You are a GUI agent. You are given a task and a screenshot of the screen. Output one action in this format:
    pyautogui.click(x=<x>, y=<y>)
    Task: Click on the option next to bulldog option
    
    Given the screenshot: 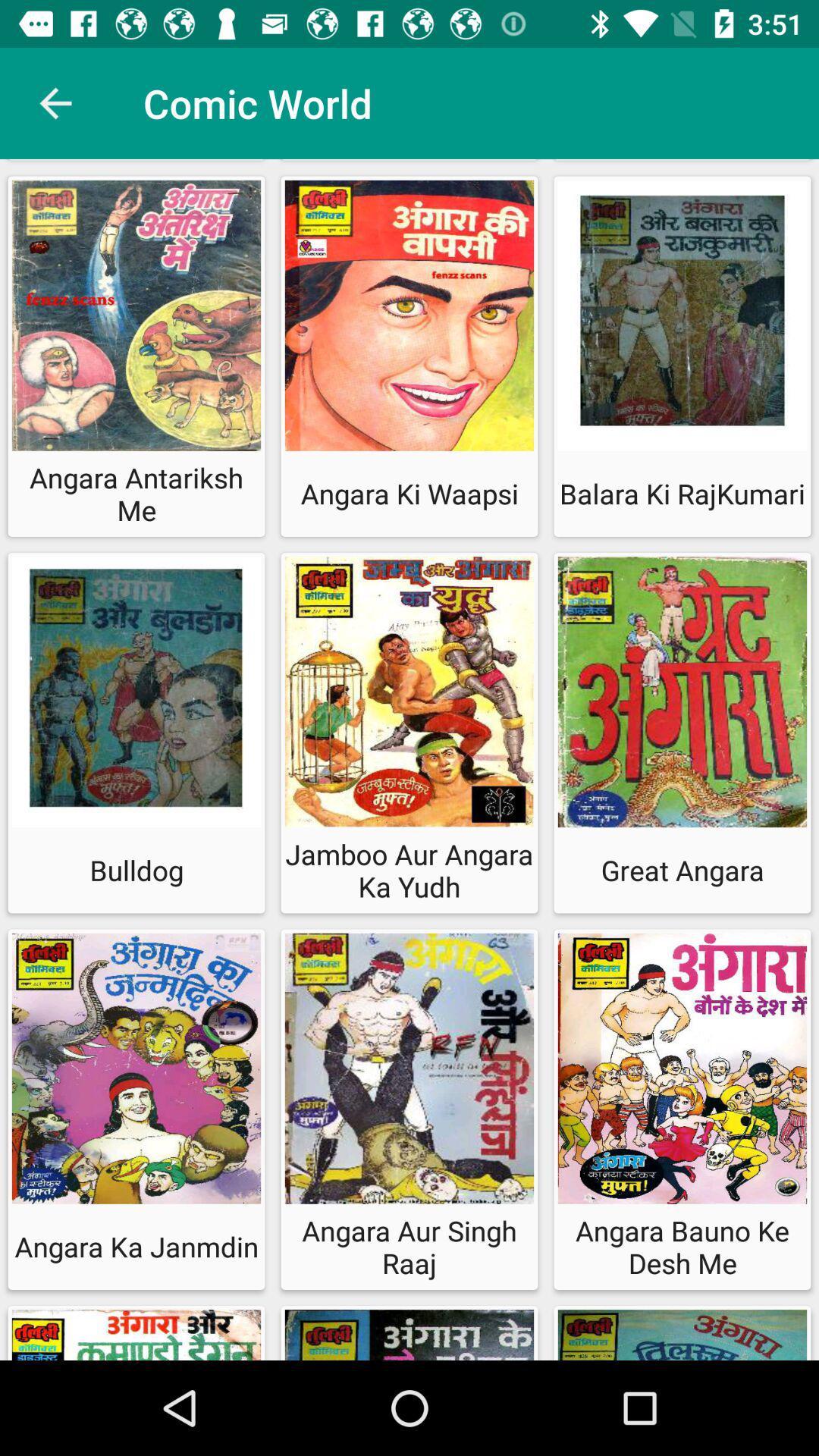 What is the action you would take?
    pyautogui.click(x=409, y=733)
    